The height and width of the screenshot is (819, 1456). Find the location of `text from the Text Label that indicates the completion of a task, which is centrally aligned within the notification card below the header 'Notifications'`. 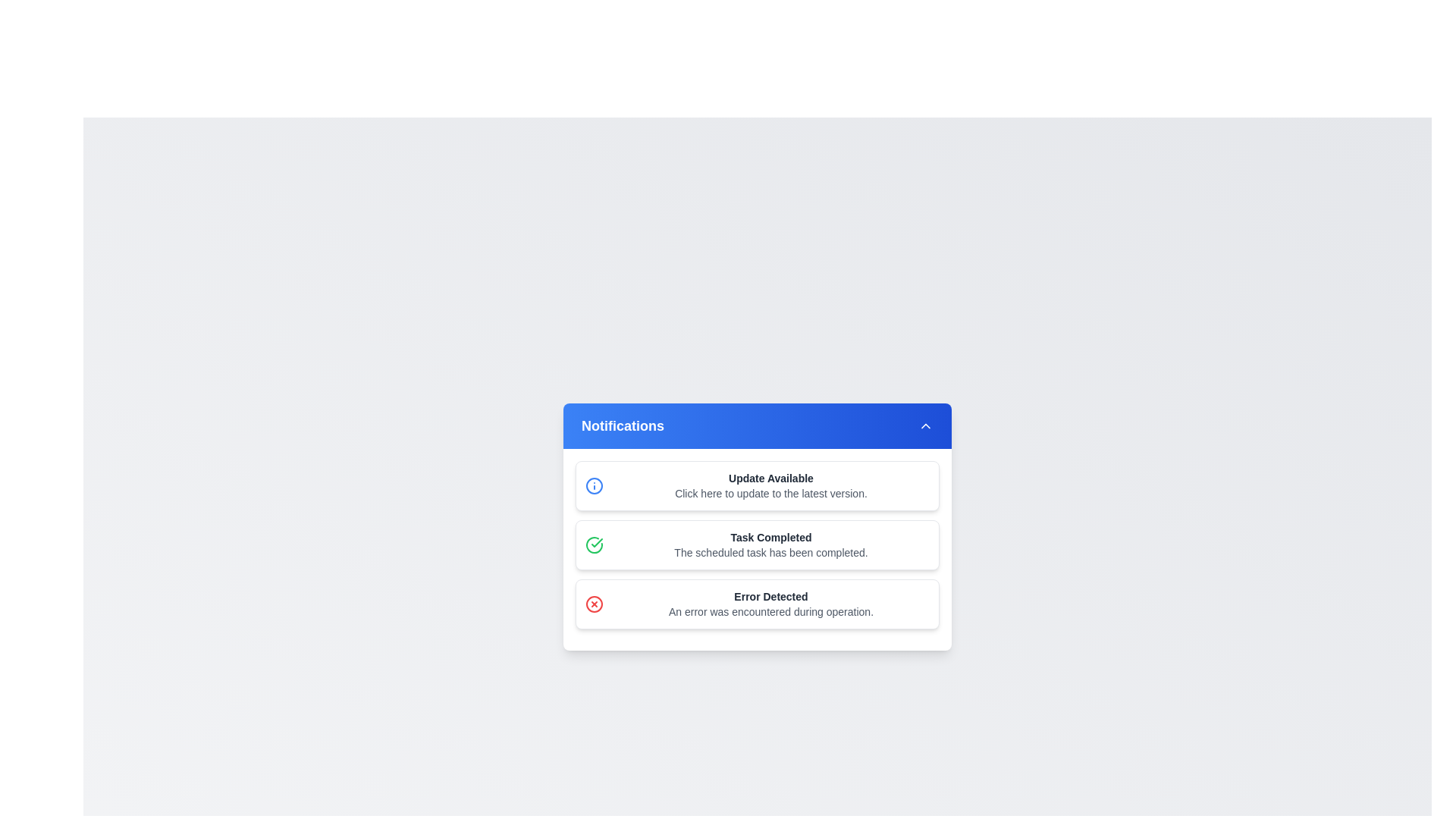

text from the Text Label that indicates the completion of a task, which is centrally aligned within the notification card below the header 'Notifications' is located at coordinates (771, 537).